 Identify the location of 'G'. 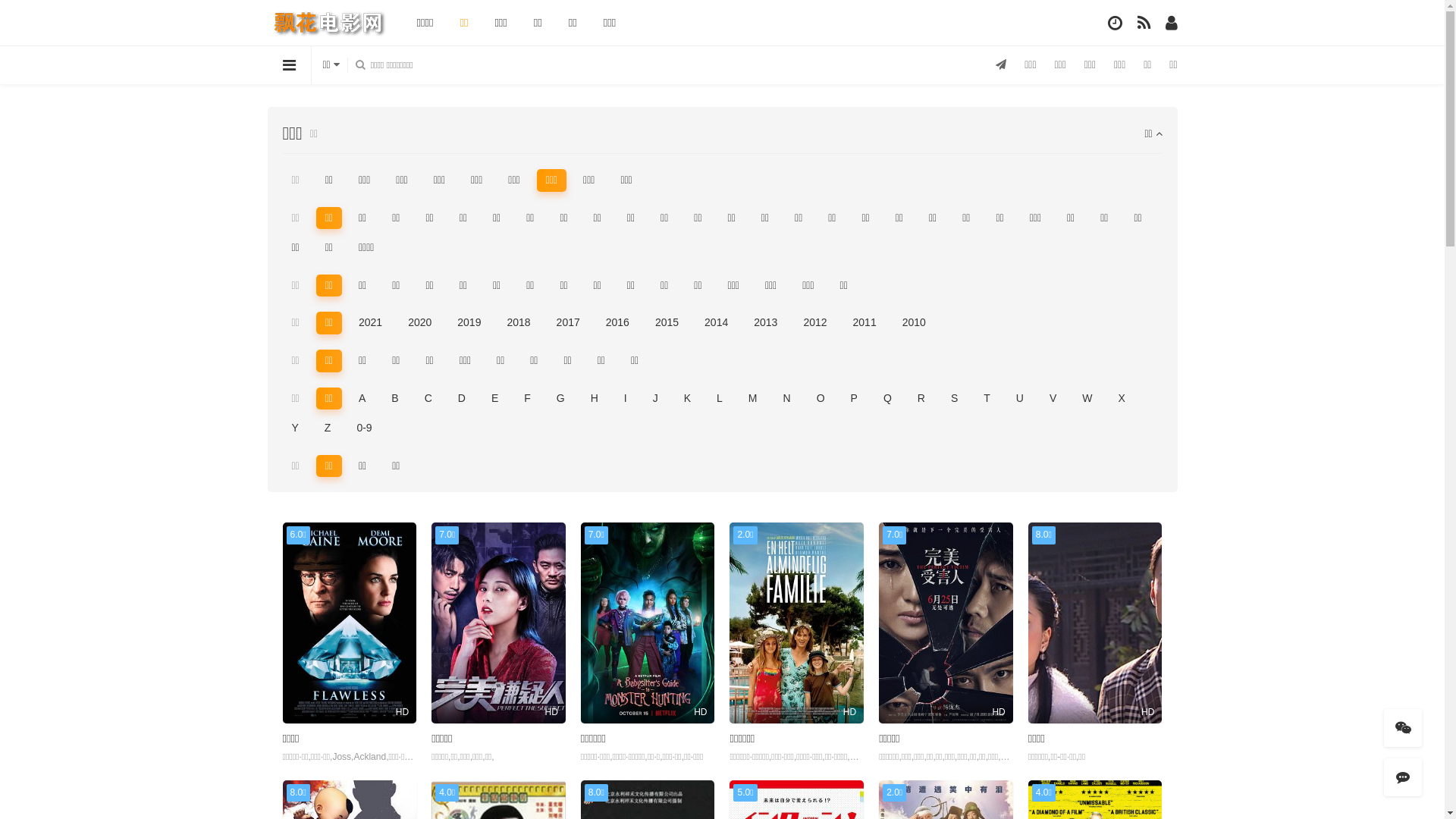
(560, 397).